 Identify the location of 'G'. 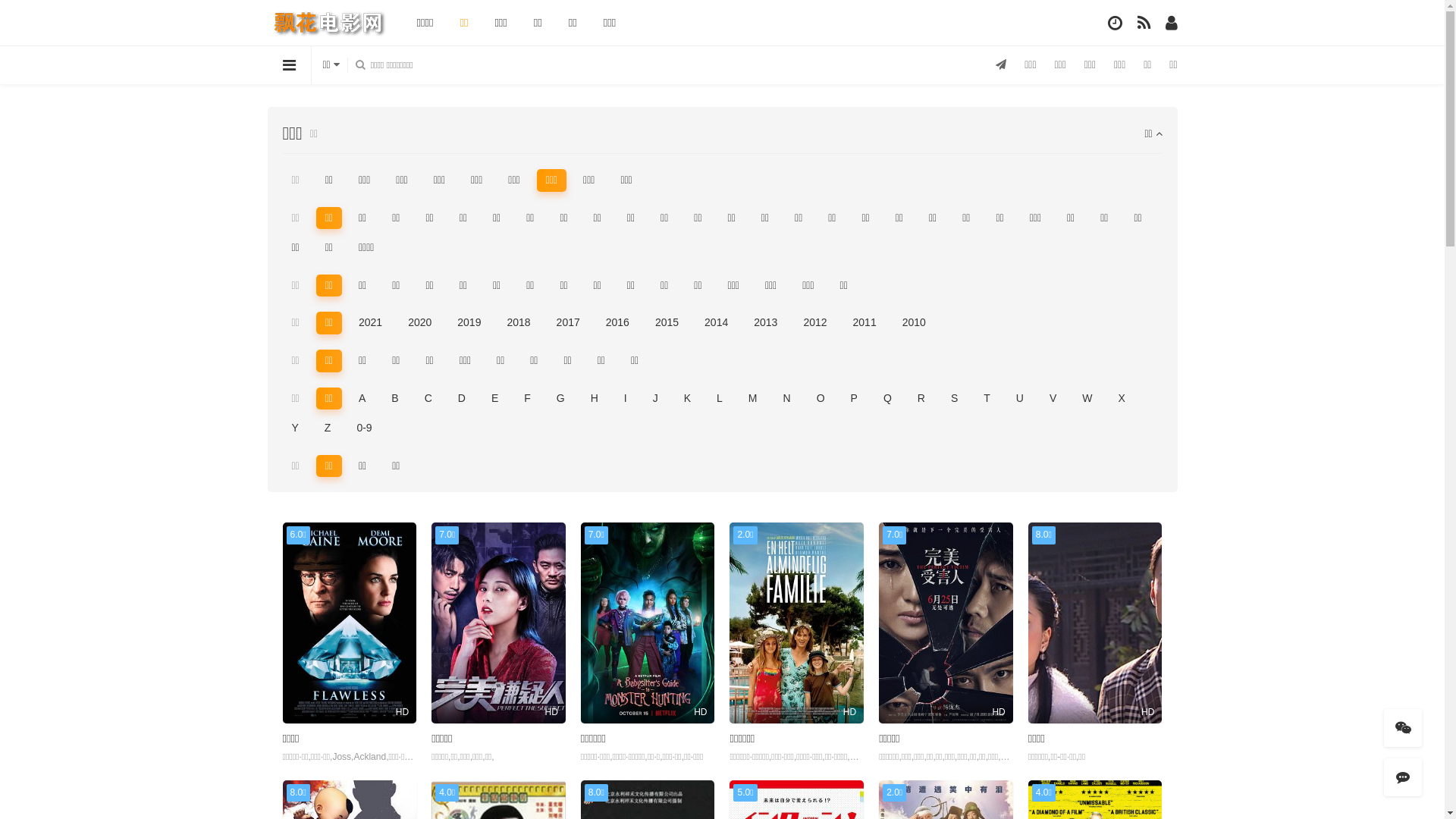
(560, 397).